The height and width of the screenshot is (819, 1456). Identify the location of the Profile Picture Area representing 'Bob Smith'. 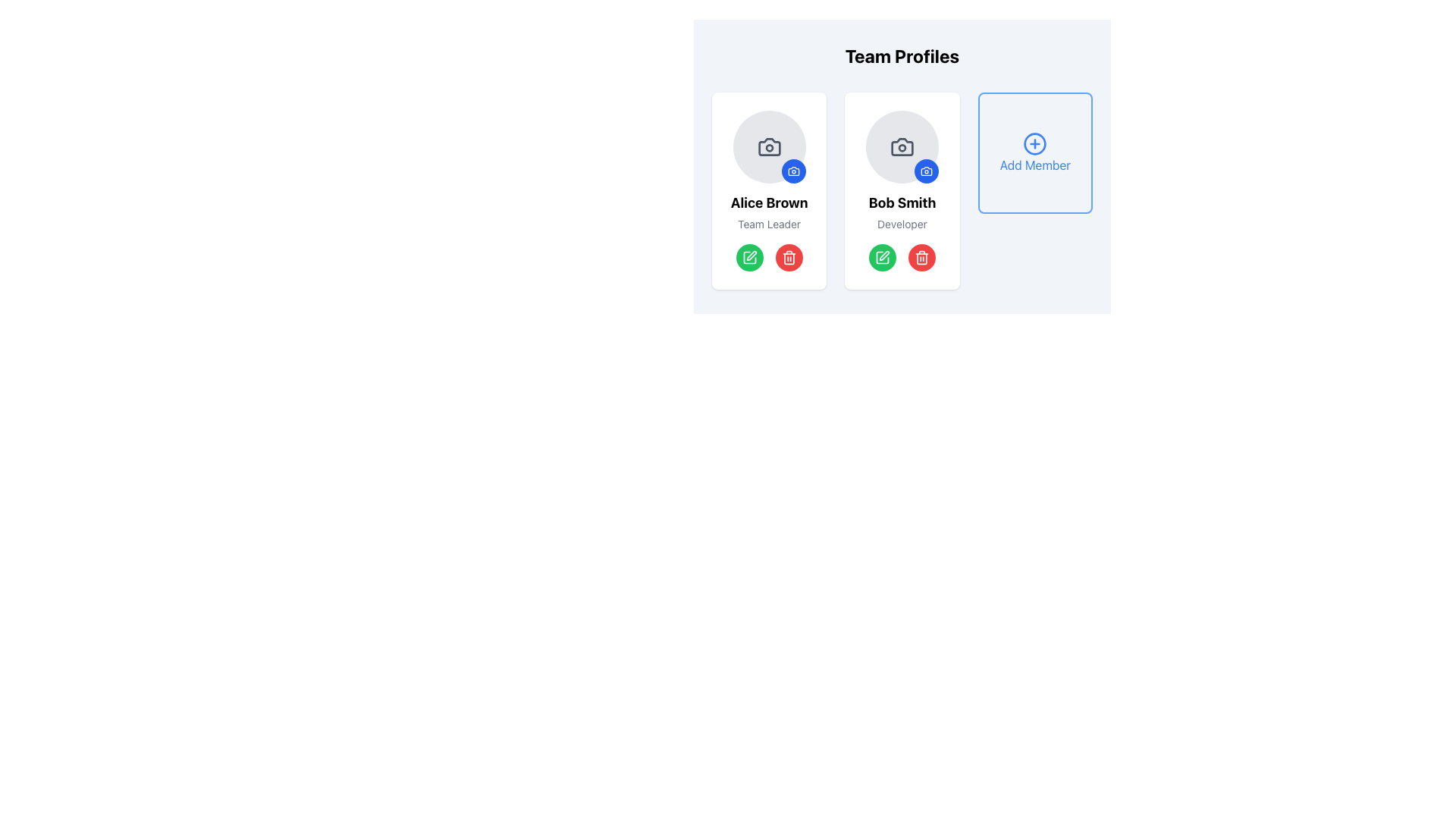
(902, 146).